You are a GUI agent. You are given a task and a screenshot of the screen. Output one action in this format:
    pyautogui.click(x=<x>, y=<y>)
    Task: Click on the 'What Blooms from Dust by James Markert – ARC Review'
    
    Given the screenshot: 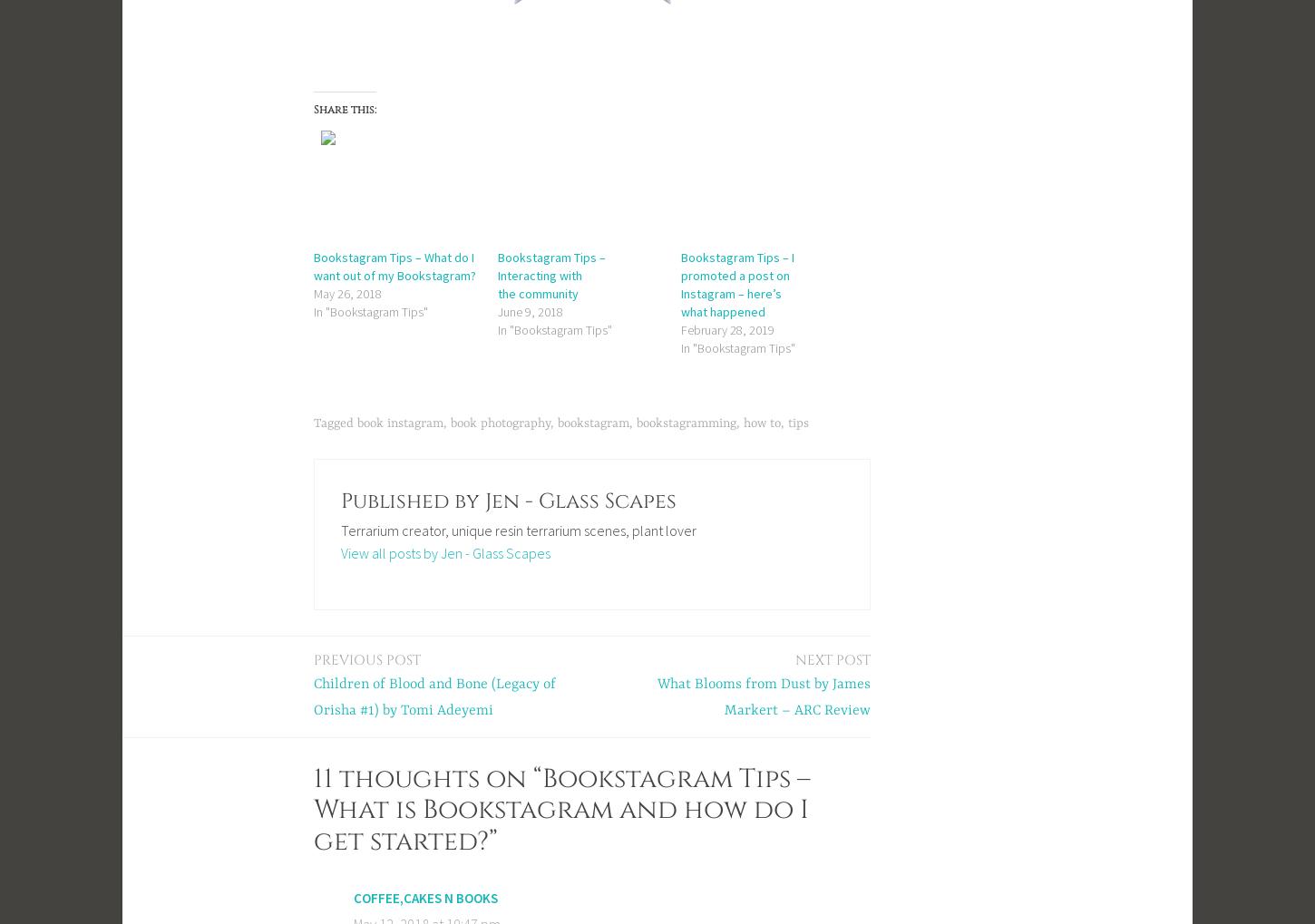 What is the action you would take?
    pyautogui.click(x=657, y=695)
    